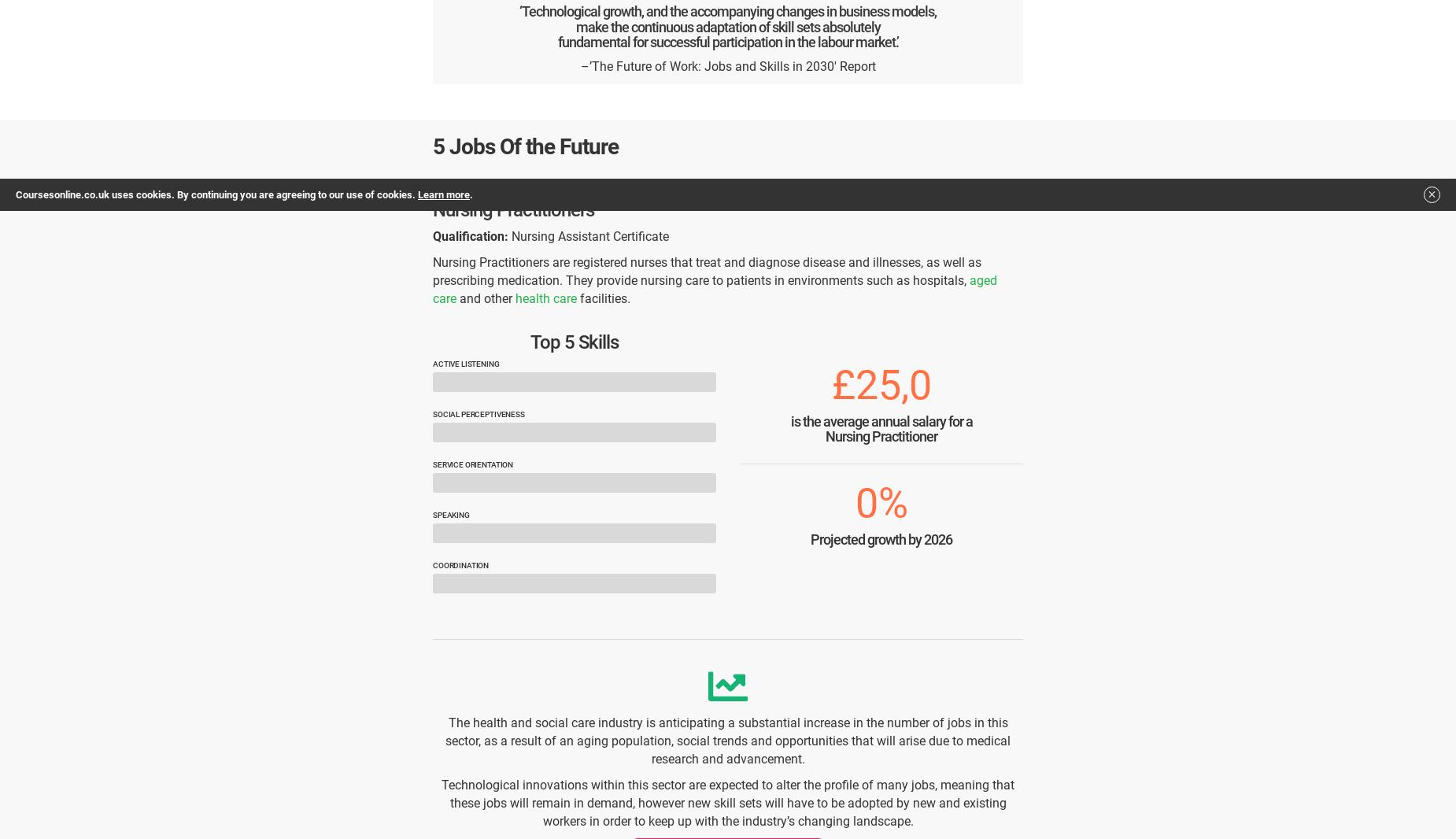 The height and width of the screenshot is (839, 1456). I want to click on 'facilities.', so click(604, 298).